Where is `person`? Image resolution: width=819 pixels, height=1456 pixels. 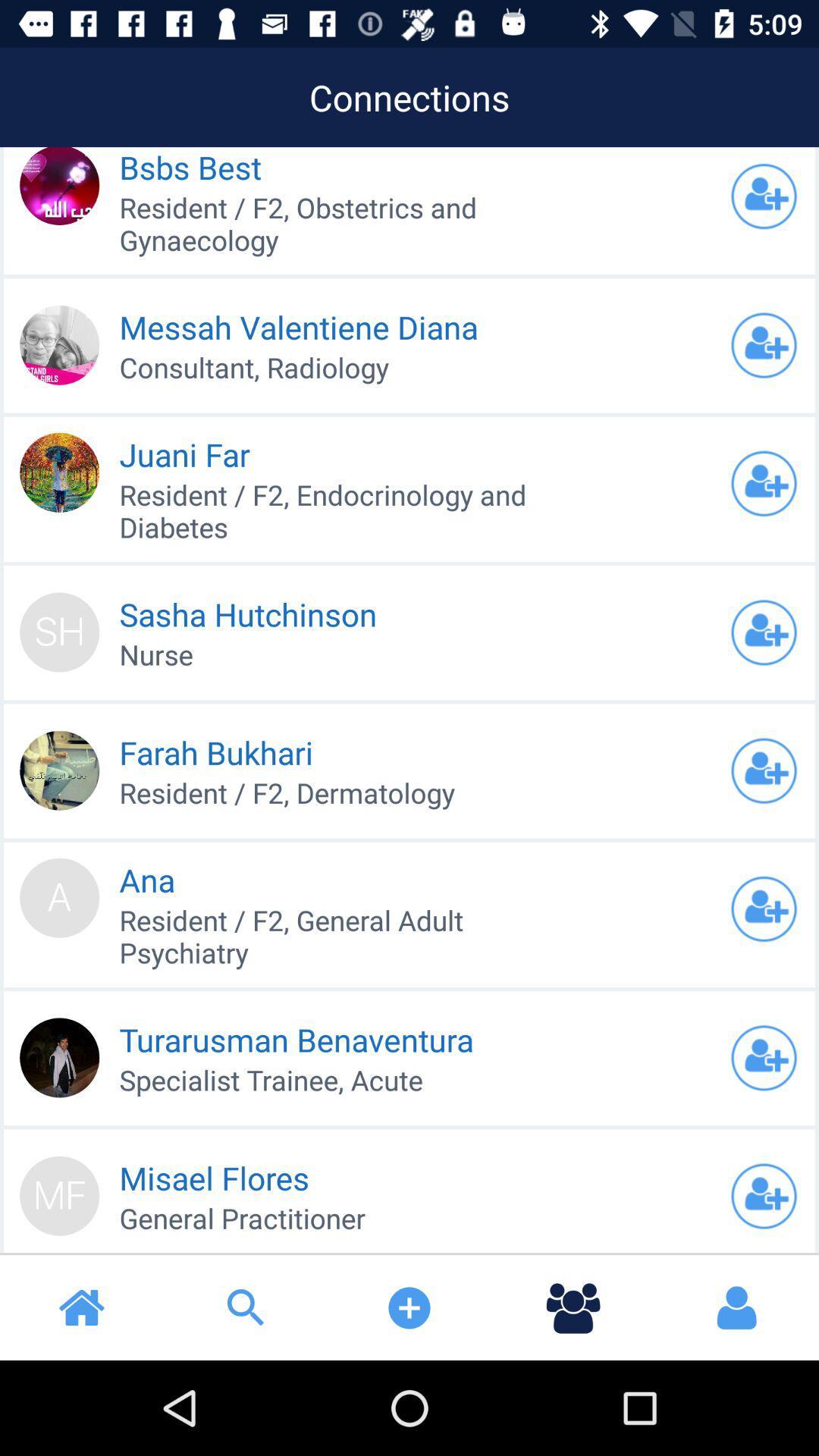
person is located at coordinates (764, 344).